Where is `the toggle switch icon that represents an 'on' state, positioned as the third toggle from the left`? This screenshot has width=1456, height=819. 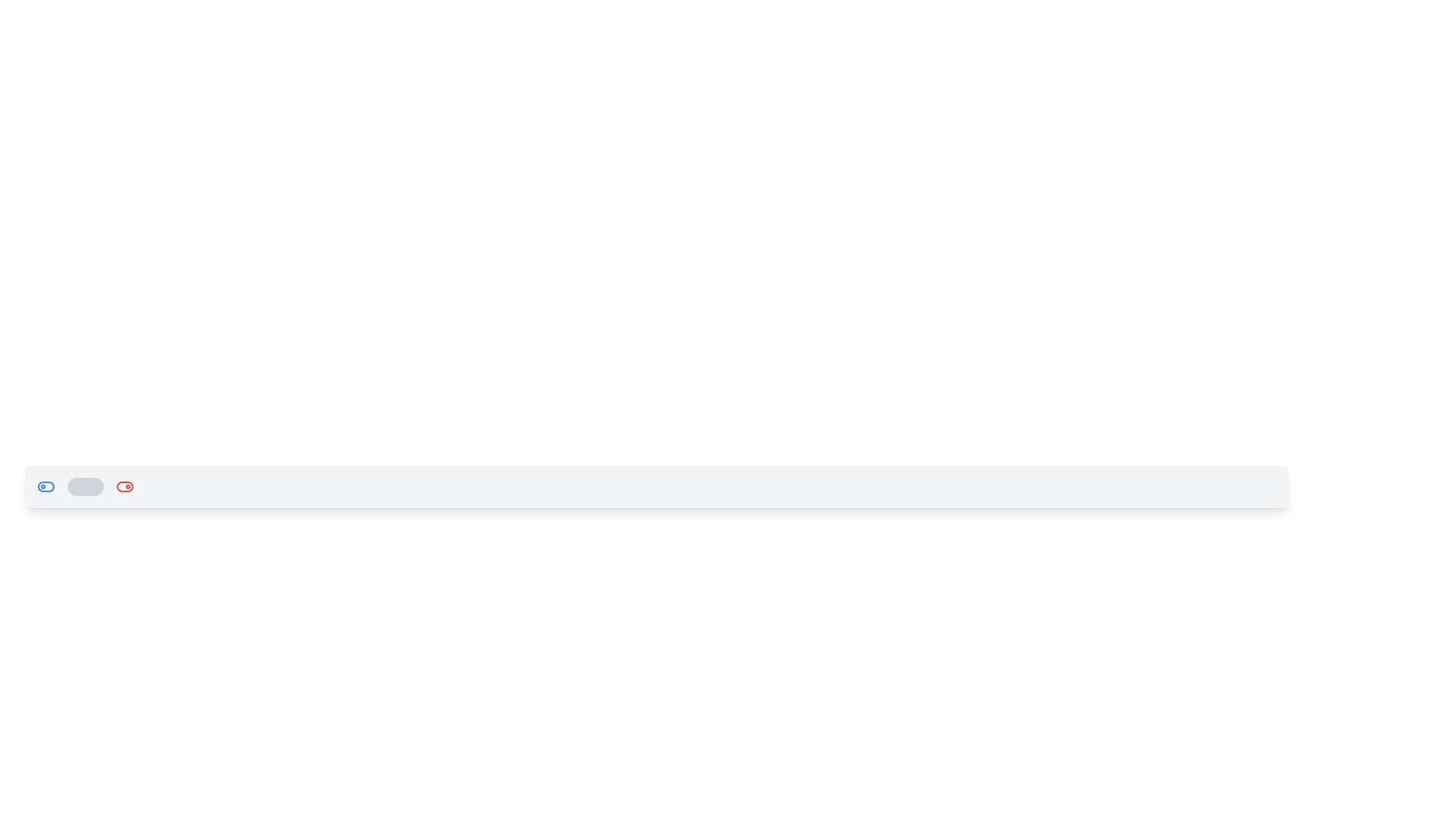 the toggle switch icon that represents an 'on' state, positioned as the third toggle from the left is located at coordinates (124, 486).